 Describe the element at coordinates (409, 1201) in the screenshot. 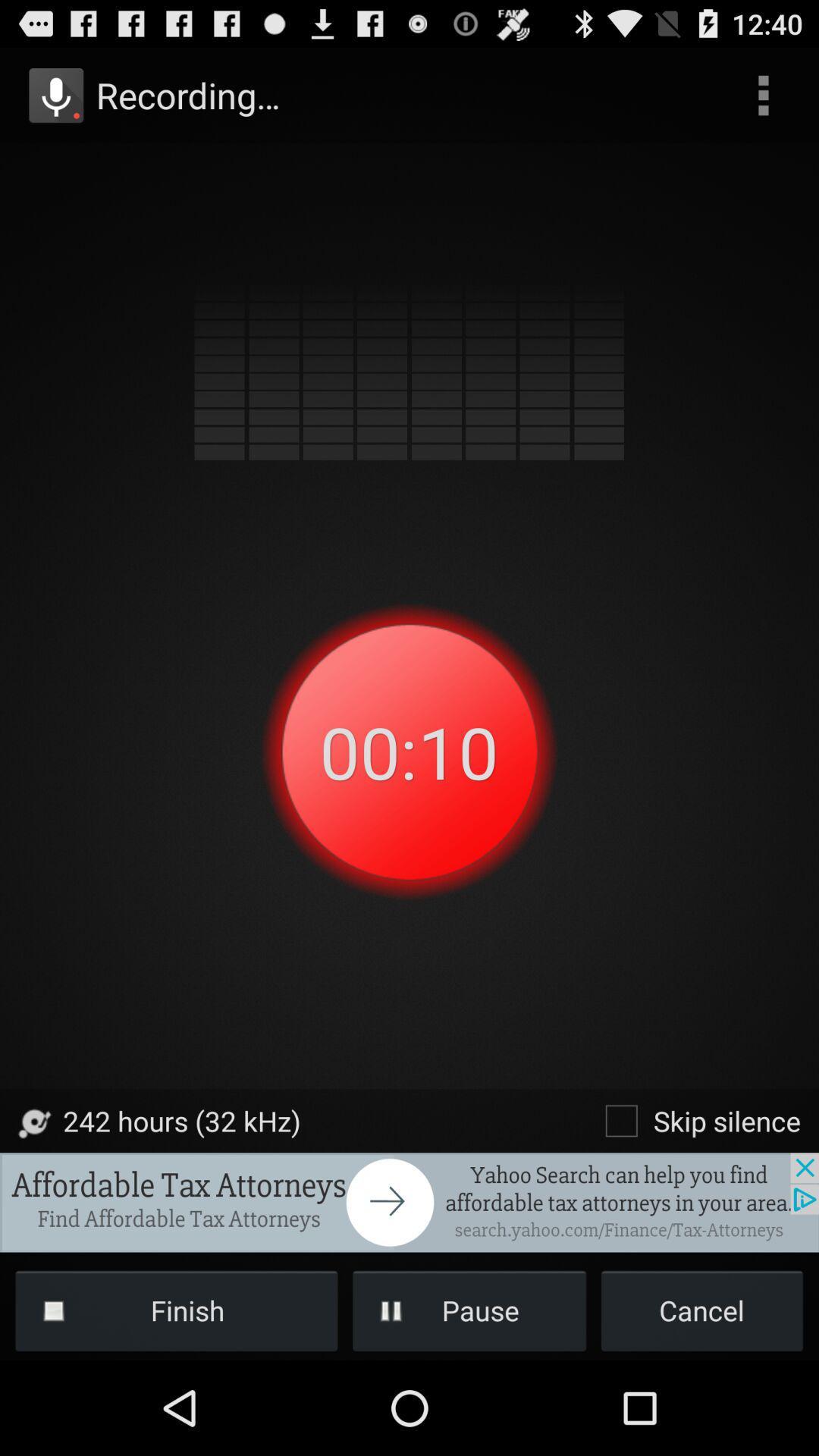

I see `advertisement banner` at that location.